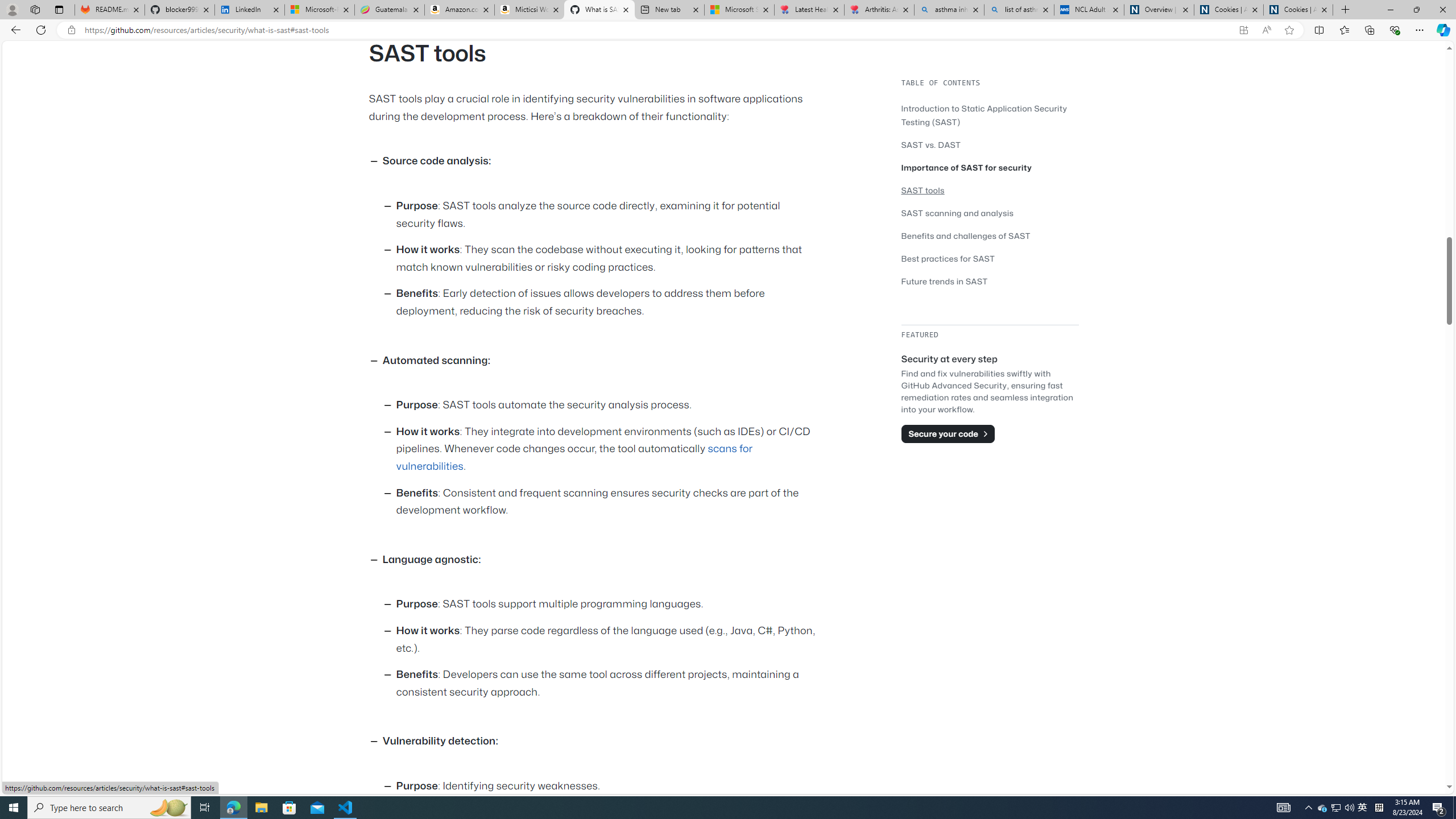 This screenshot has width=1456, height=819. Describe the element at coordinates (990, 189) in the screenshot. I see `'SAST tools'` at that location.